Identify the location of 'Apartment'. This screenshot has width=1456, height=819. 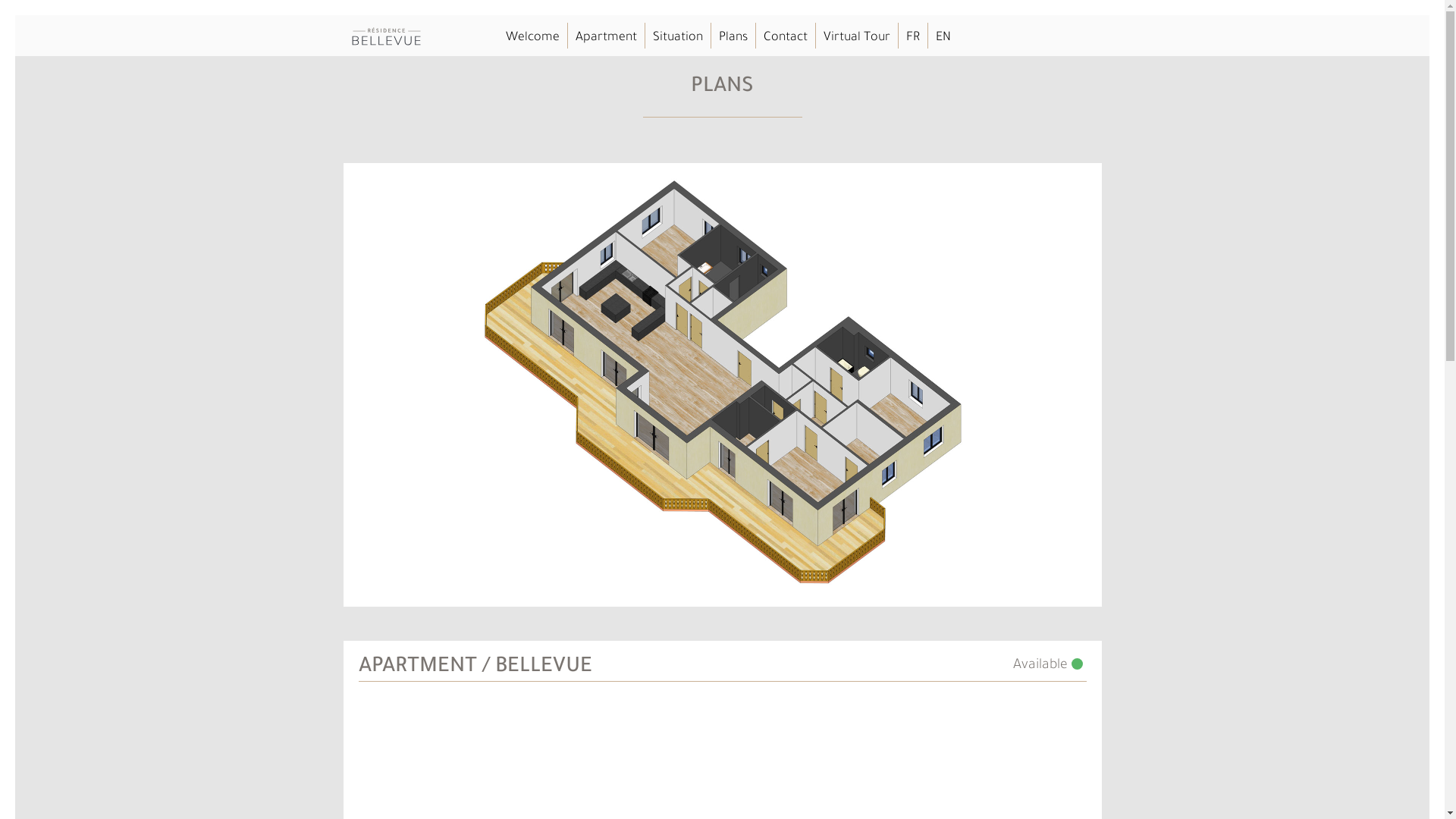
(574, 37).